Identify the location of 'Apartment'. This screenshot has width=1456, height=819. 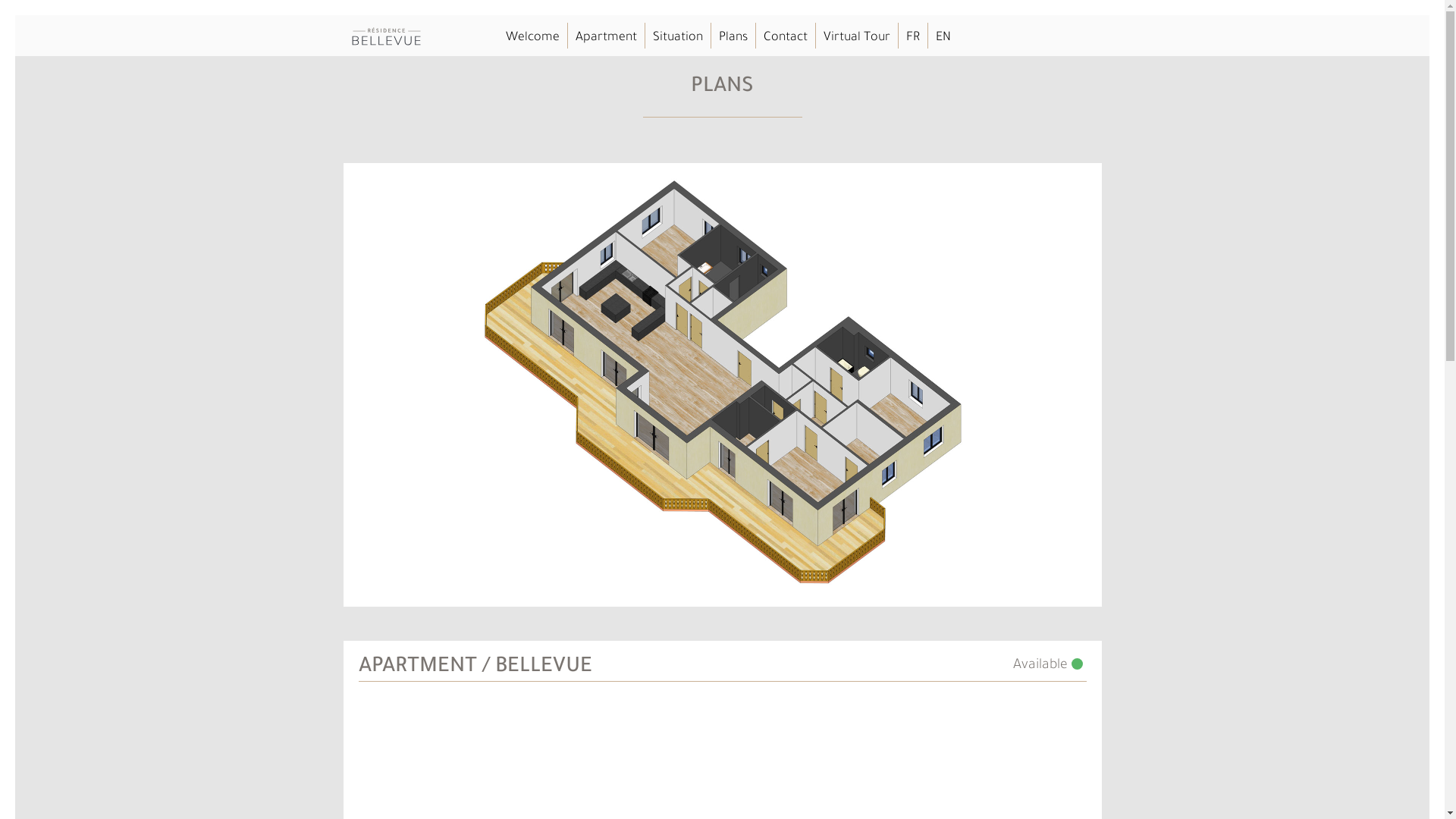
(574, 37).